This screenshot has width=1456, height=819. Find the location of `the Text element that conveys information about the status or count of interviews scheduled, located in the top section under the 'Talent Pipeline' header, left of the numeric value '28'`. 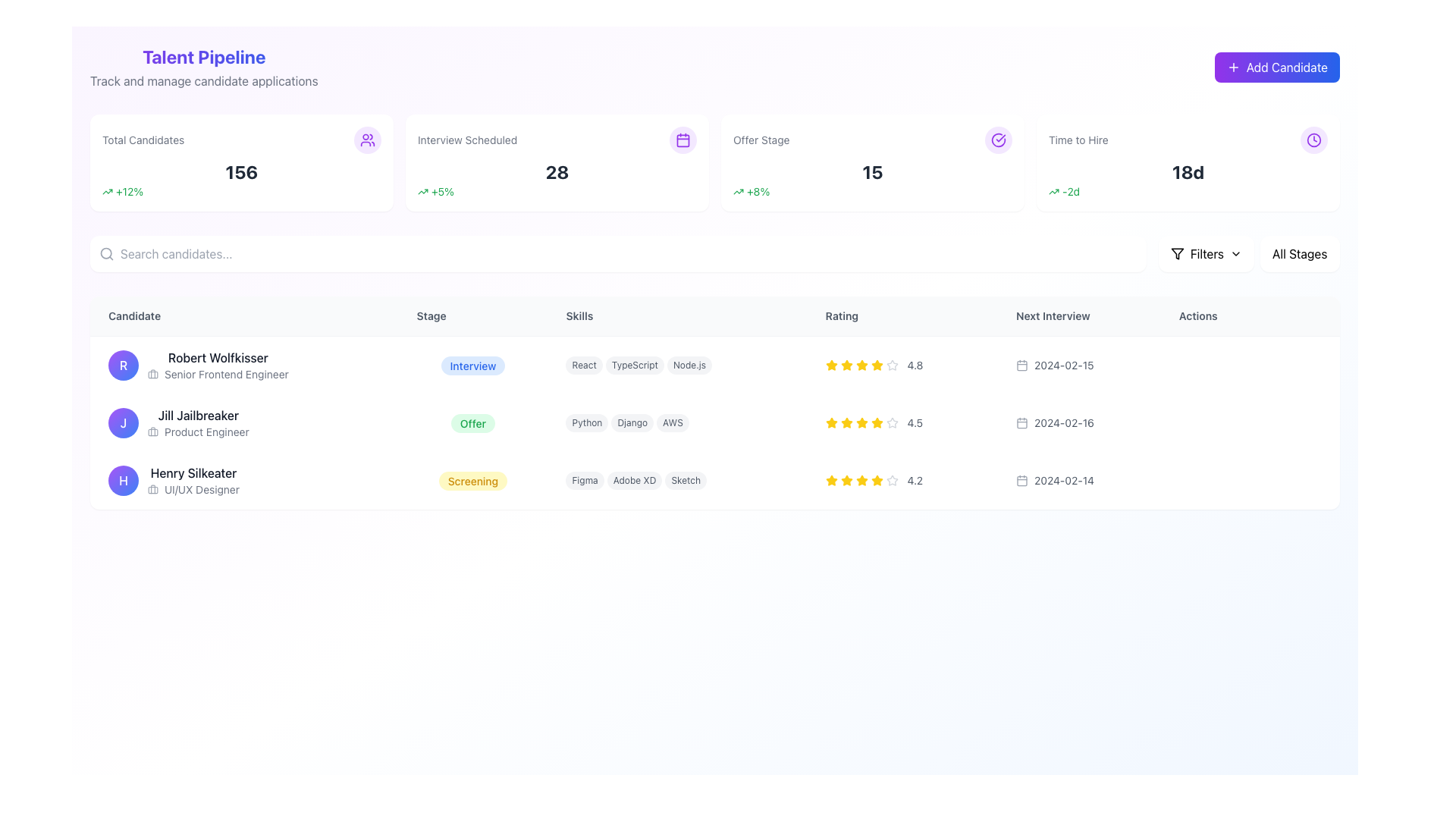

the Text element that conveys information about the status or count of interviews scheduled, located in the top section under the 'Talent Pipeline' header, left of the numeric value '28' is located at coordinates (466, 140).